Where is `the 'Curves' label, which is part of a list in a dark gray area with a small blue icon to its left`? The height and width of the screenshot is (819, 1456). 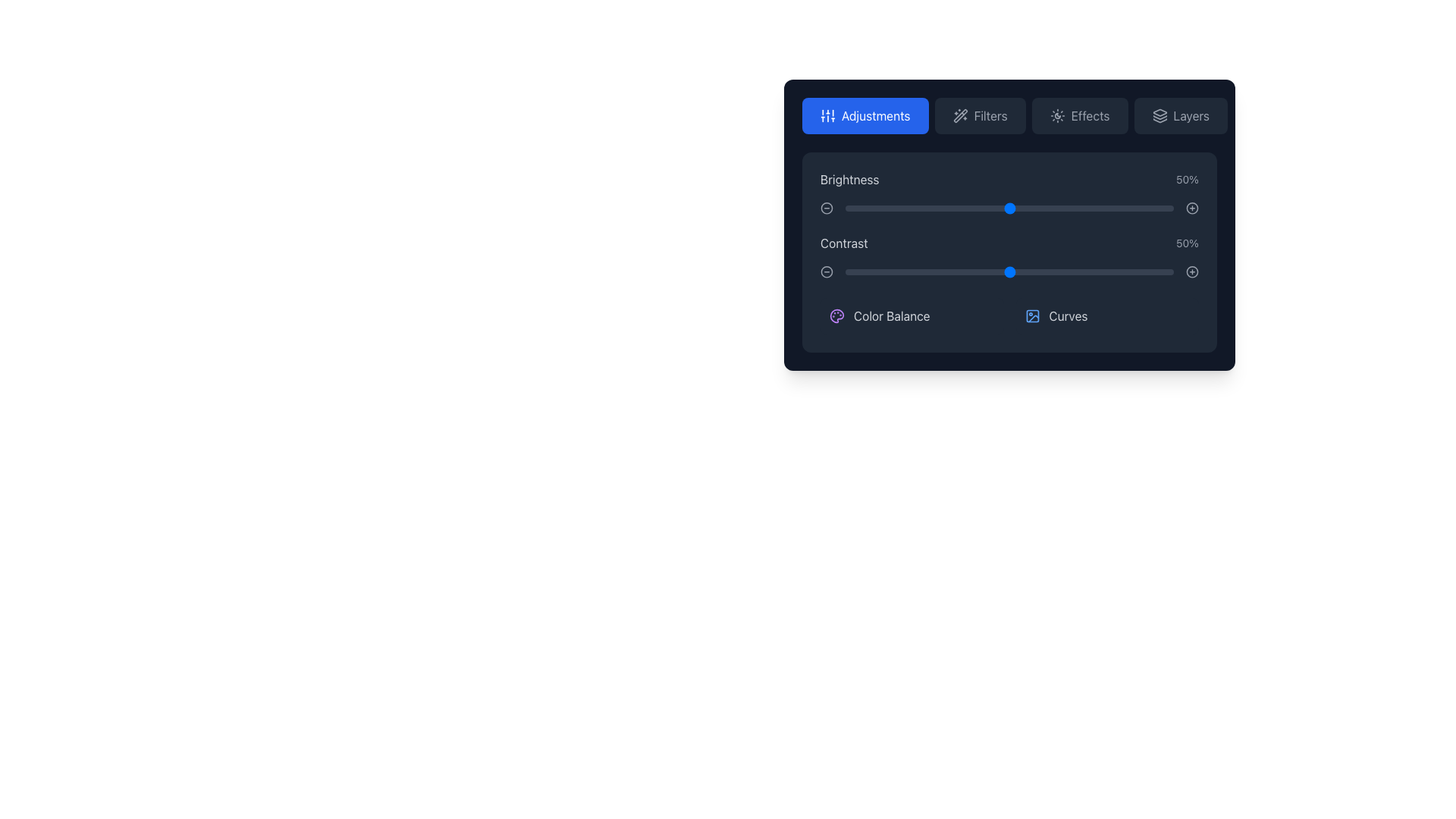
the 'Curves' label, which is part of a list in a dark gray area with a small blue icon to its left is located at coordinates (1067, 315).